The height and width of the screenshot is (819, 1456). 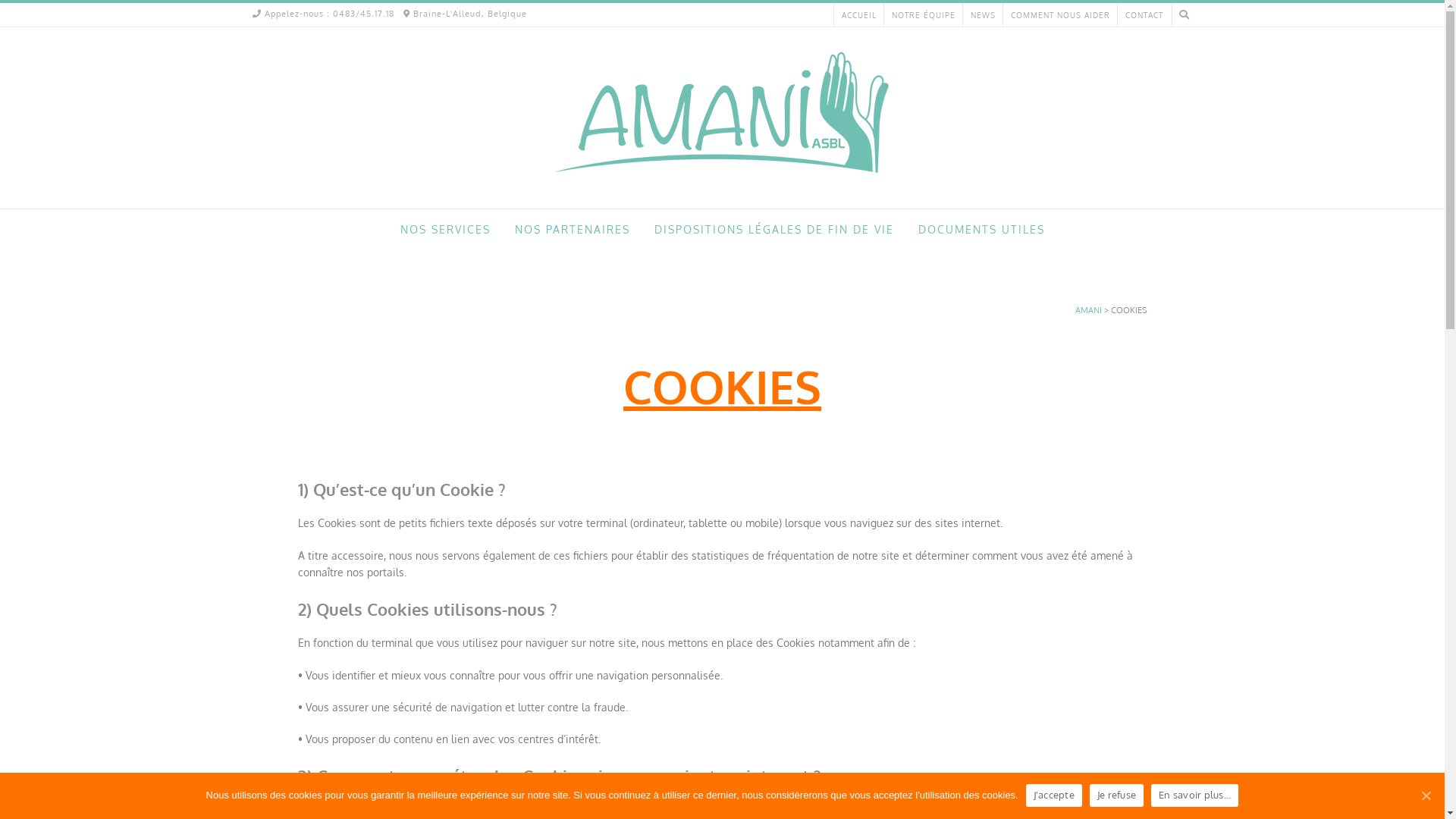 What do you see at coordinates (1087, 309) in the screenshot?
I see `'AMANI'` at bounding box center [1087, 309].